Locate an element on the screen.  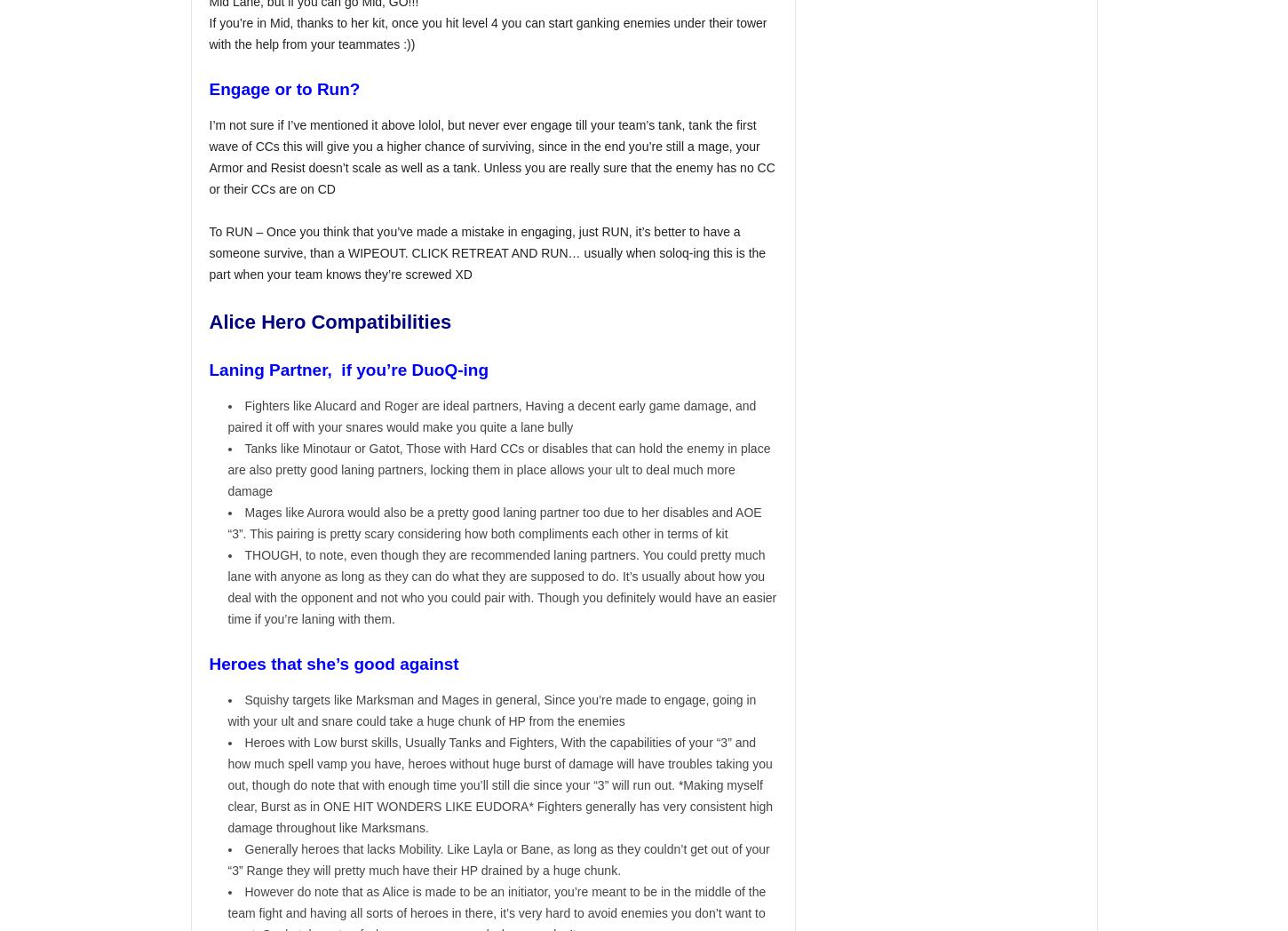
'Laning Partner,  if you’re DuoQ-ing' is located at coordinates (352, 369).